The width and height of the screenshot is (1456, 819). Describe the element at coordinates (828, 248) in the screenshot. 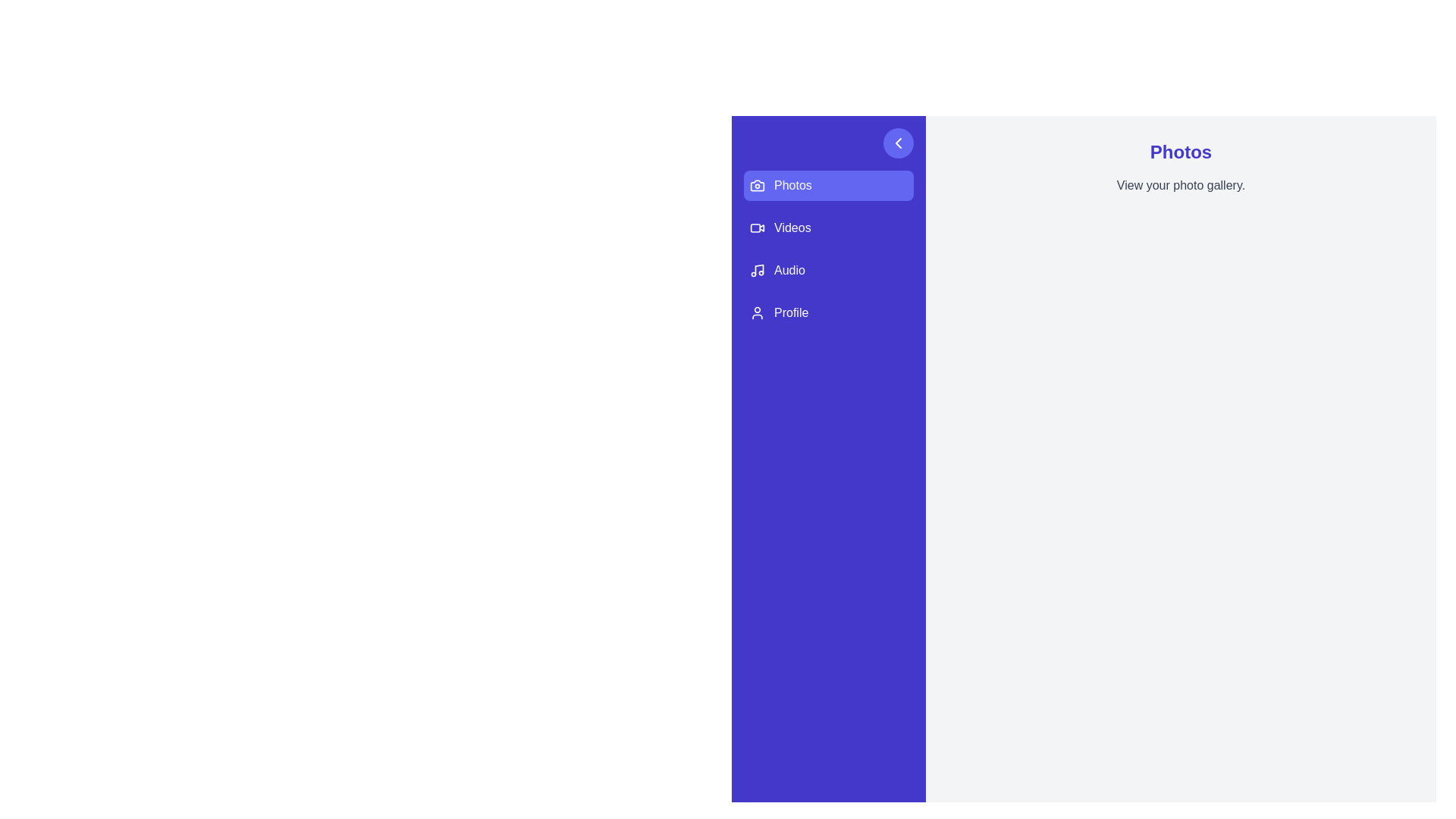

I see `the vertical navigation menu located in the left-hand sidebar, which includes options like 'Photos', 'Videos', 'Audio', and 'Profile'` at that location.